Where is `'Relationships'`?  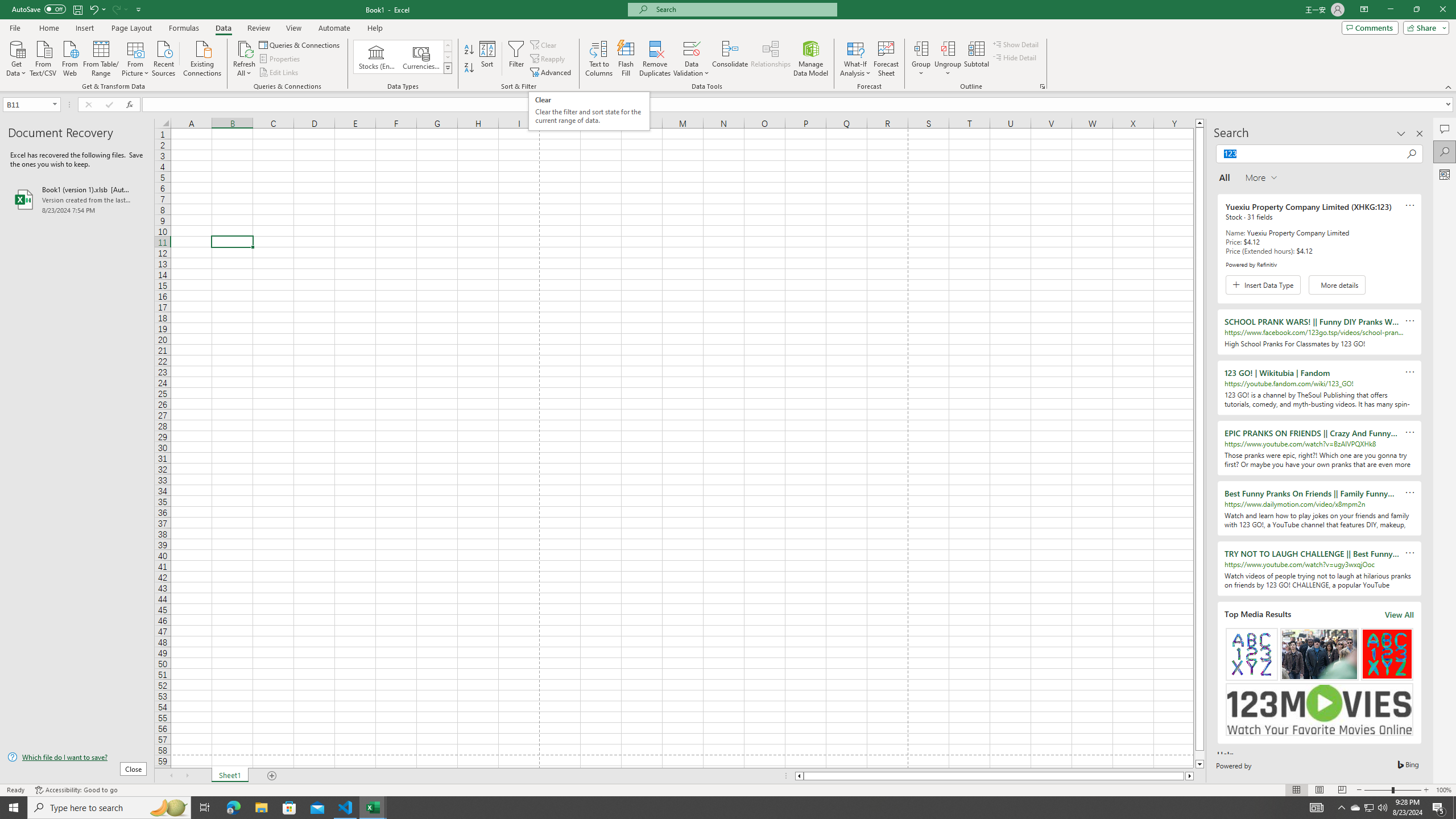
'Relationships' is located at coordinates (770, 59).